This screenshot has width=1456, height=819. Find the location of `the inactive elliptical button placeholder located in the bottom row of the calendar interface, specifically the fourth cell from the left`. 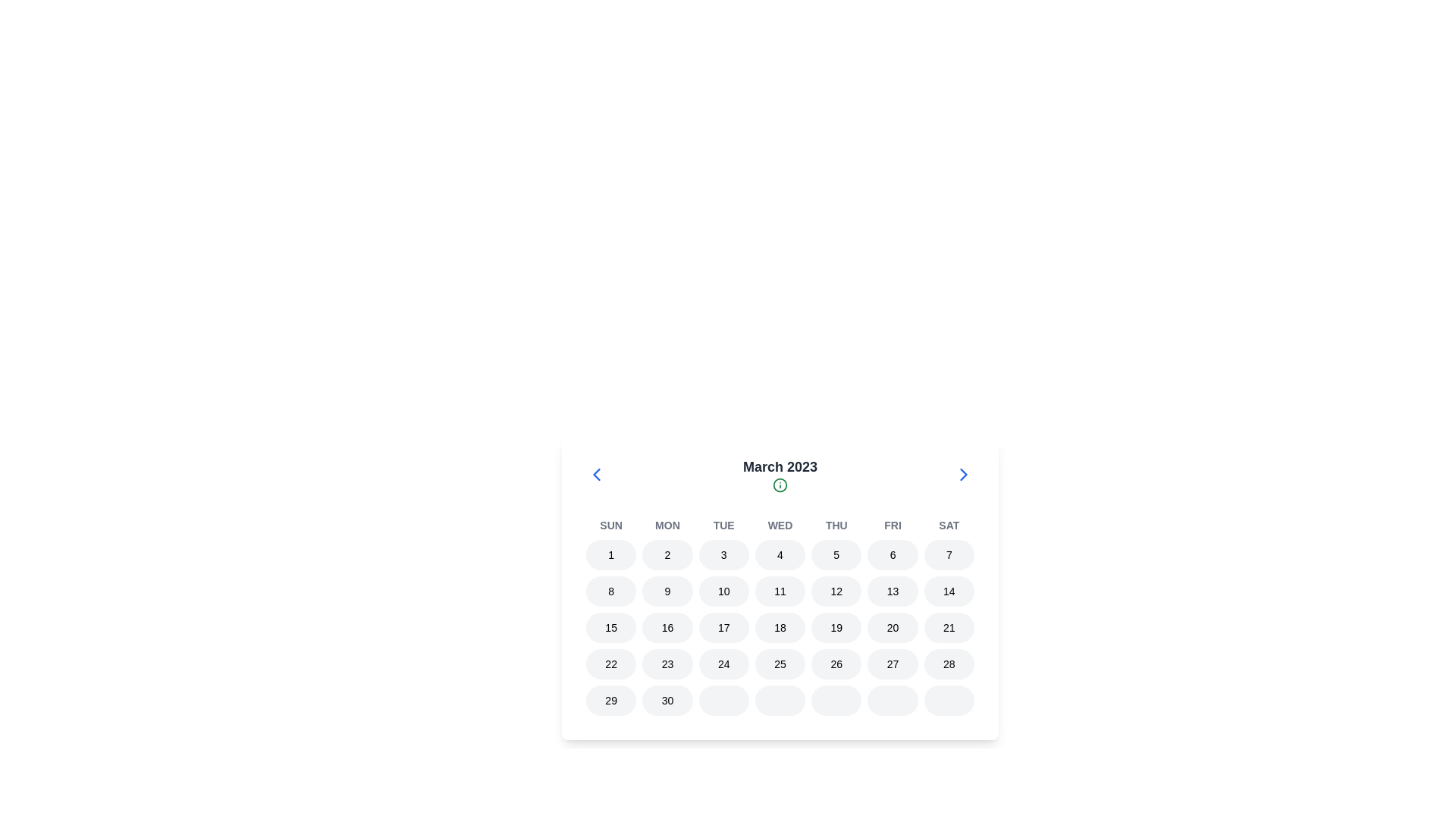

the inactive elliptical button placeholder located in the bottom row of the calendar interface, specifically the fourth cell from the left is located at coordinates (780, 701).